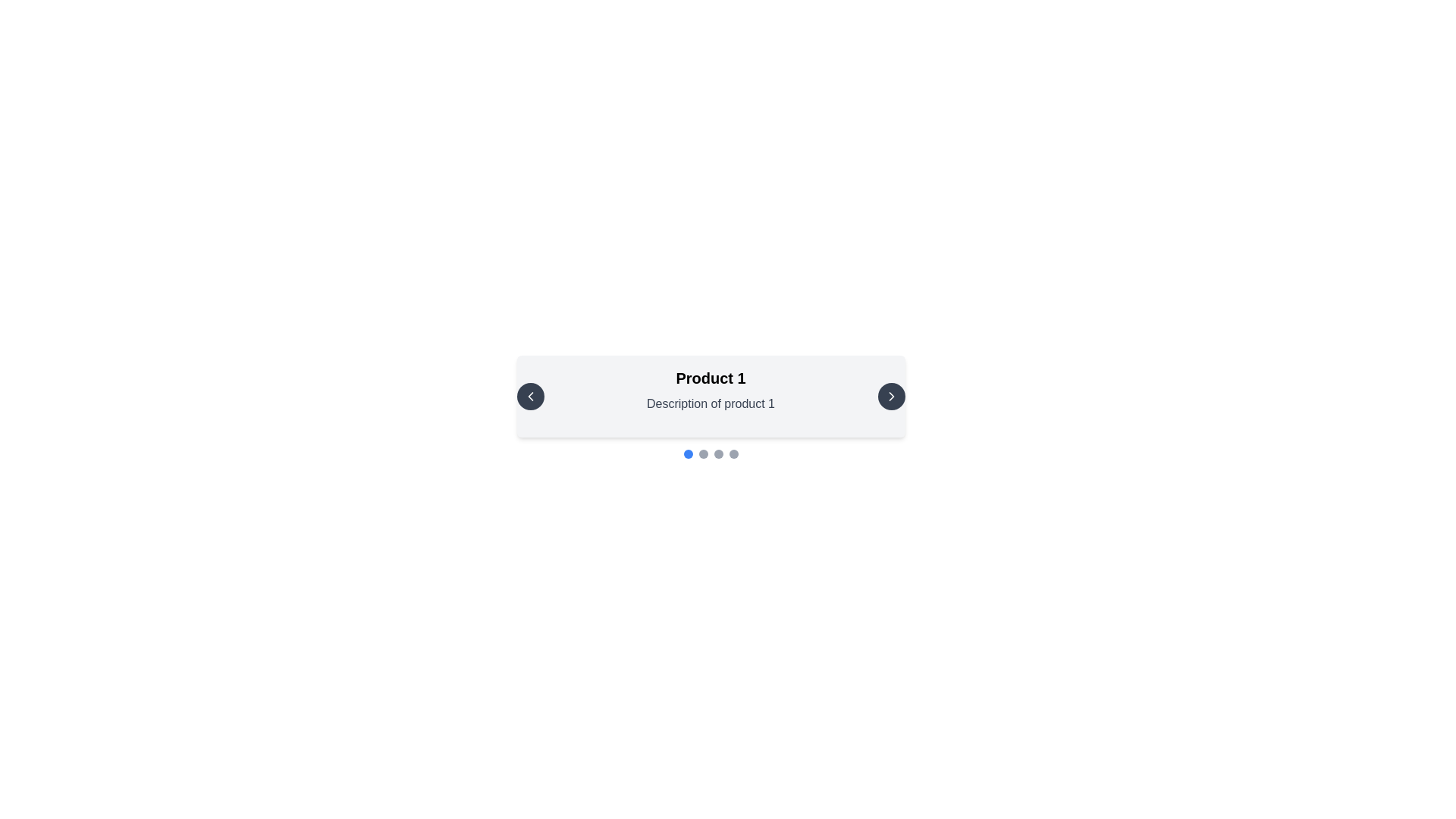 The image size is (1456, 819). I want to click on the first interactive blue indicator in the carousel, so click(687, 453).